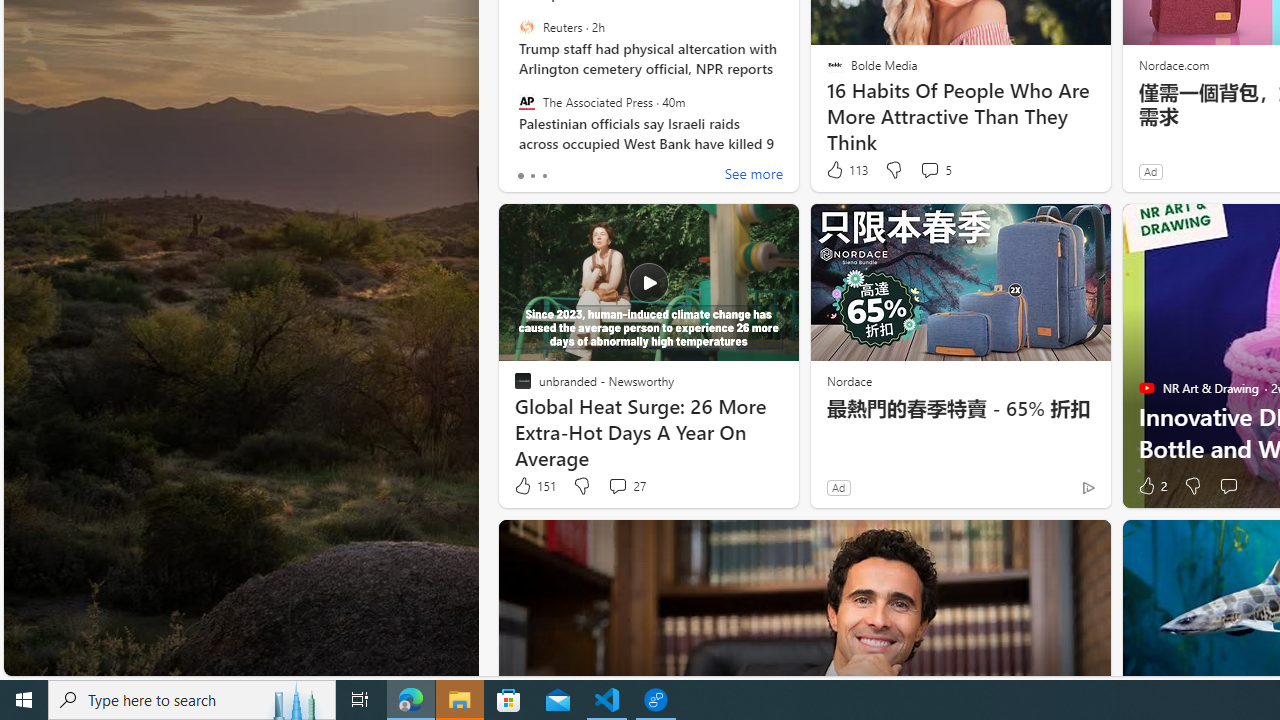 The width and height of the screenshot is (1280, 720). I want to click on 'View comments 27 Comment', so click(616, 486).